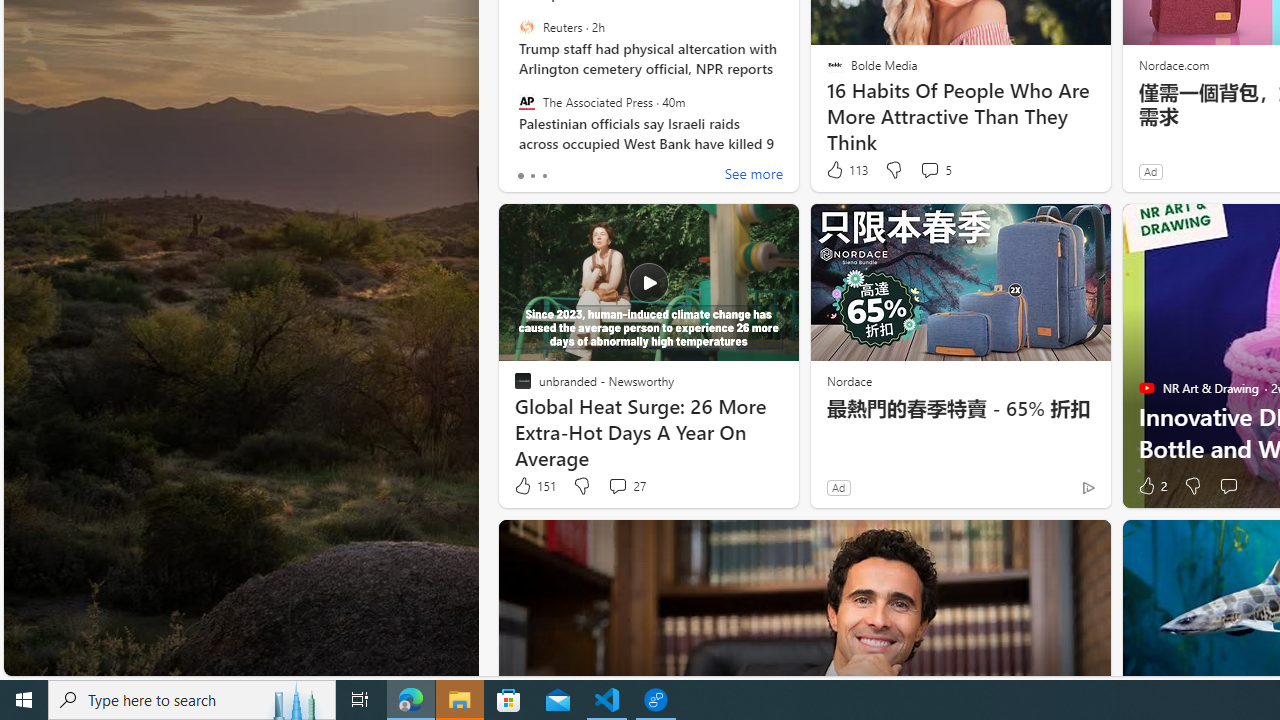 The width and height of the screenshot is (1280, 720). I want to click on 'View comments 27 Comment', so click(616, 486).